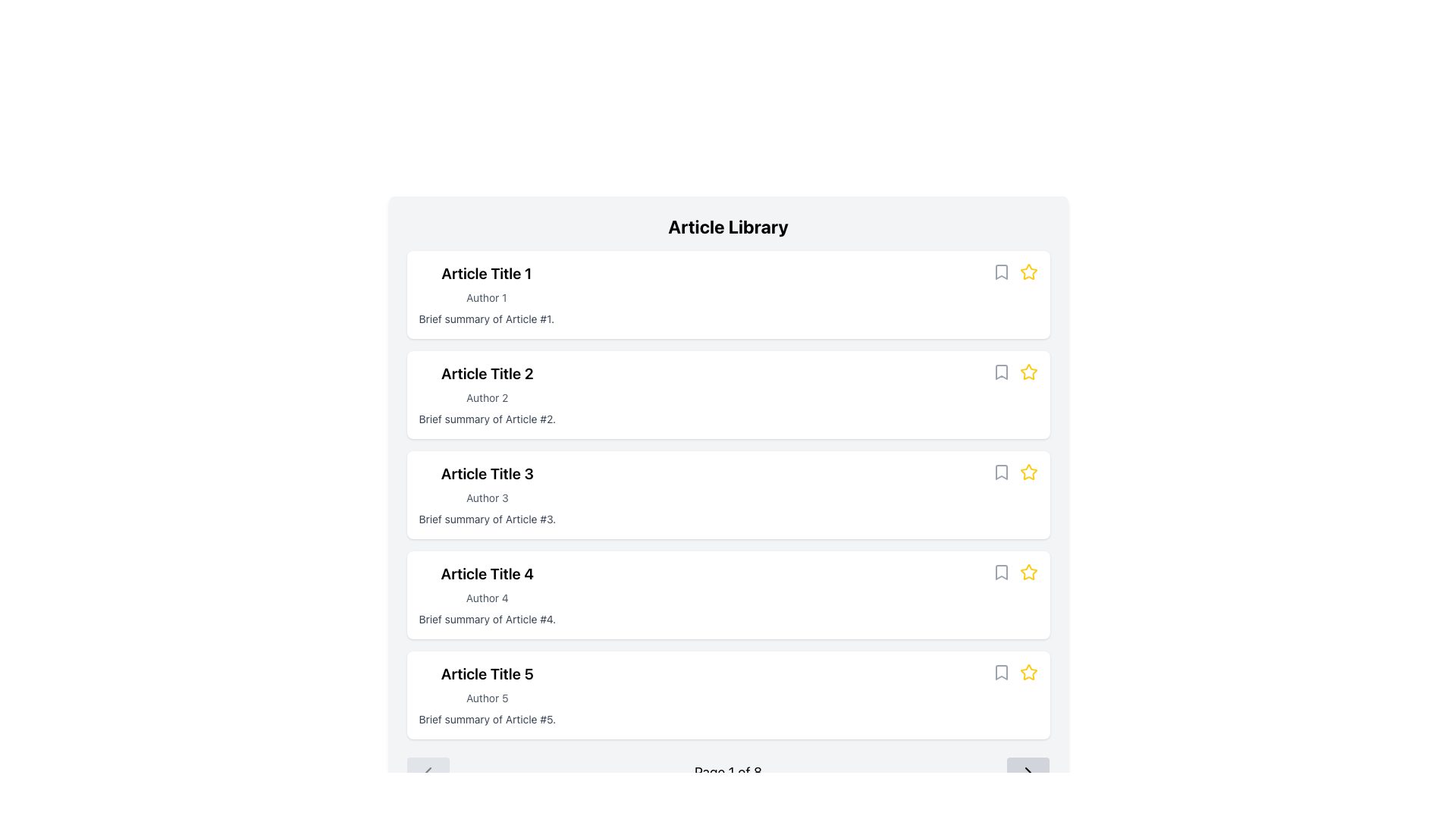 The height and width of the screenshot is (819, 1456). Describe the element at coordinates (1028, 372) in the screenshot. I see `the favorite/bookmark icon located in the top-right corner of the card for 'Article Title 2'` at that location.